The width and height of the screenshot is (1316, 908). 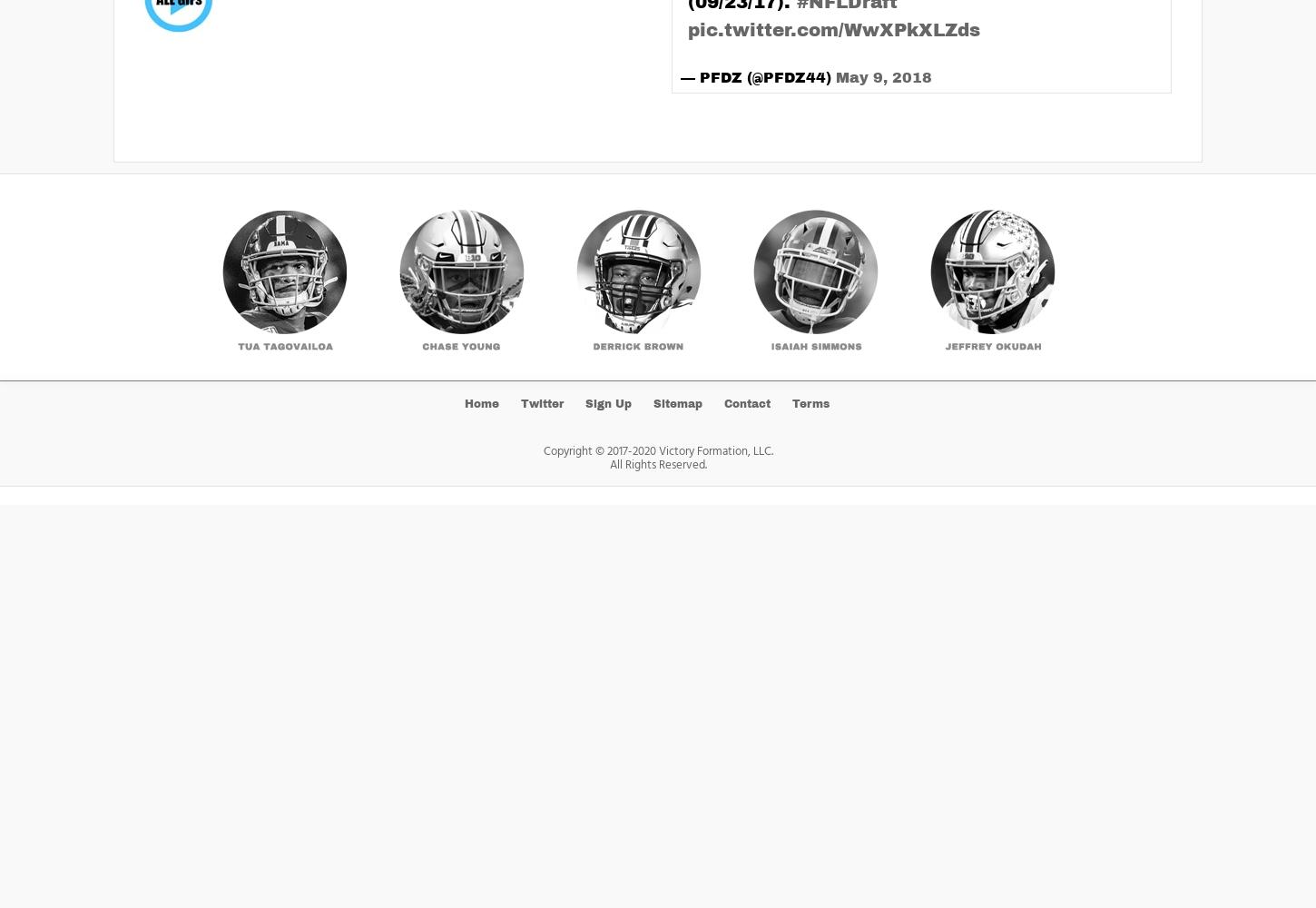 What do you see at coordinates (678, 402) in the screenshot?
I see `'Sitemap'` at bounding box center [678, 402].